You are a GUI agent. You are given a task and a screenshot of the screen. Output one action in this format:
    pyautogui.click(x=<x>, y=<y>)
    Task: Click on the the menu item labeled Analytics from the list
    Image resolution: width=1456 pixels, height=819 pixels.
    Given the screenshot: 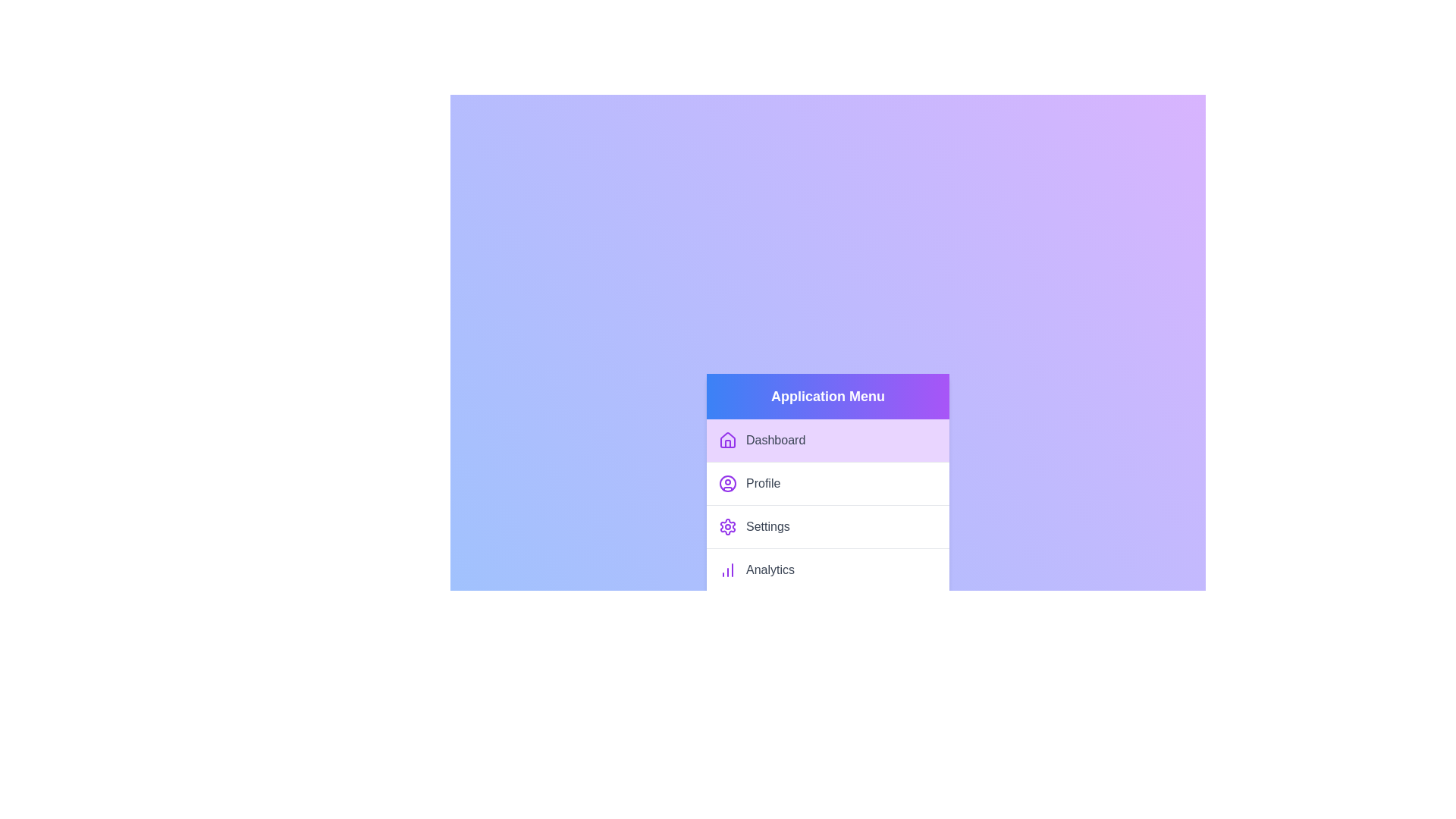 What is the action you would take?
    pyautogui.click(x=827, y=570)
    